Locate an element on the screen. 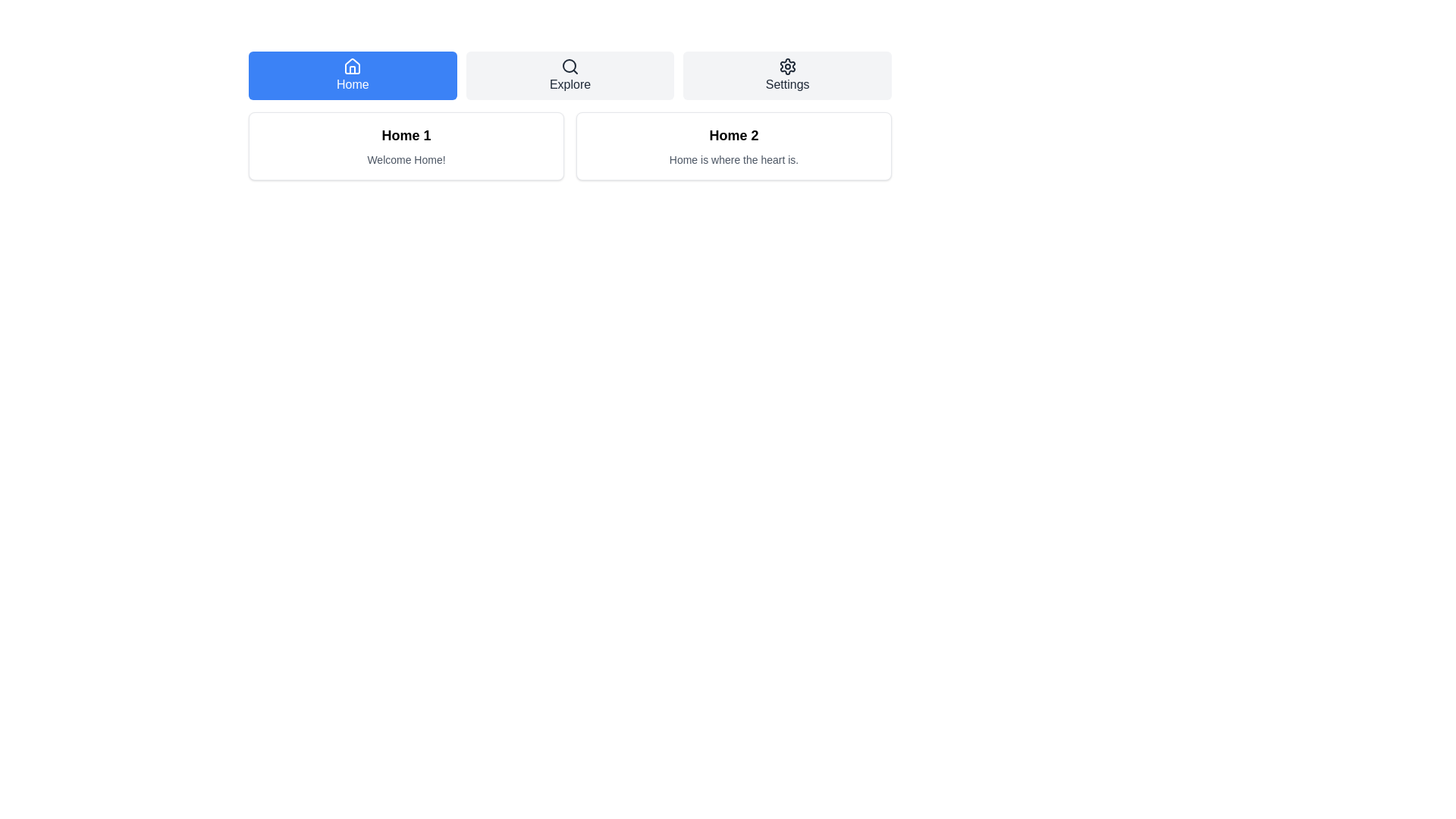 The width and height of the screenshot is (1456, 819). the text label reading 'Welcome Home!' which is styled in a small gray font and located below the label 'Home 1' is located at coordinates (406, 160).